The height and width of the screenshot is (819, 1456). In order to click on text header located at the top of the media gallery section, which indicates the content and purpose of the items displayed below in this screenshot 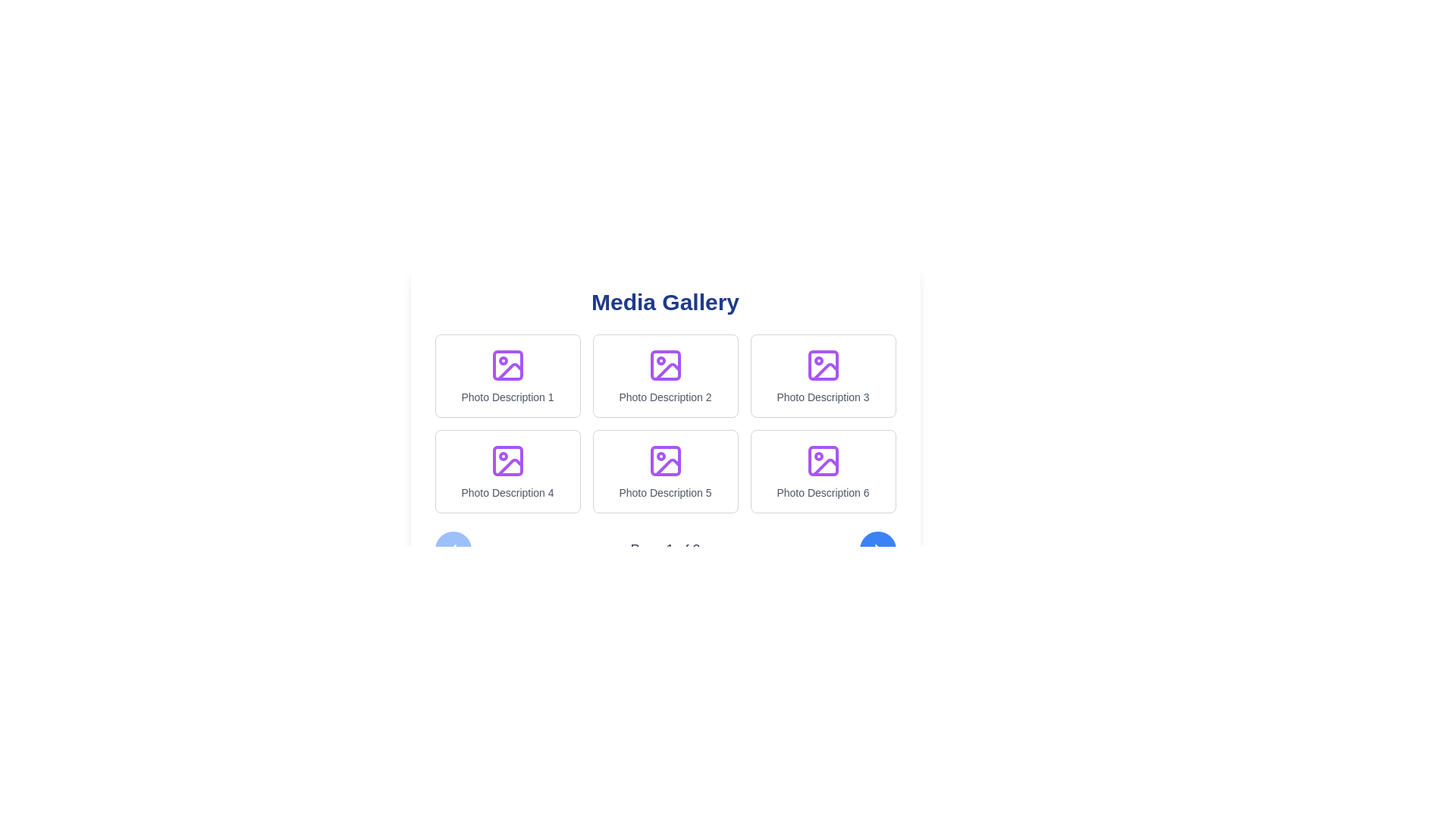, I will do `click(665, 302)`.